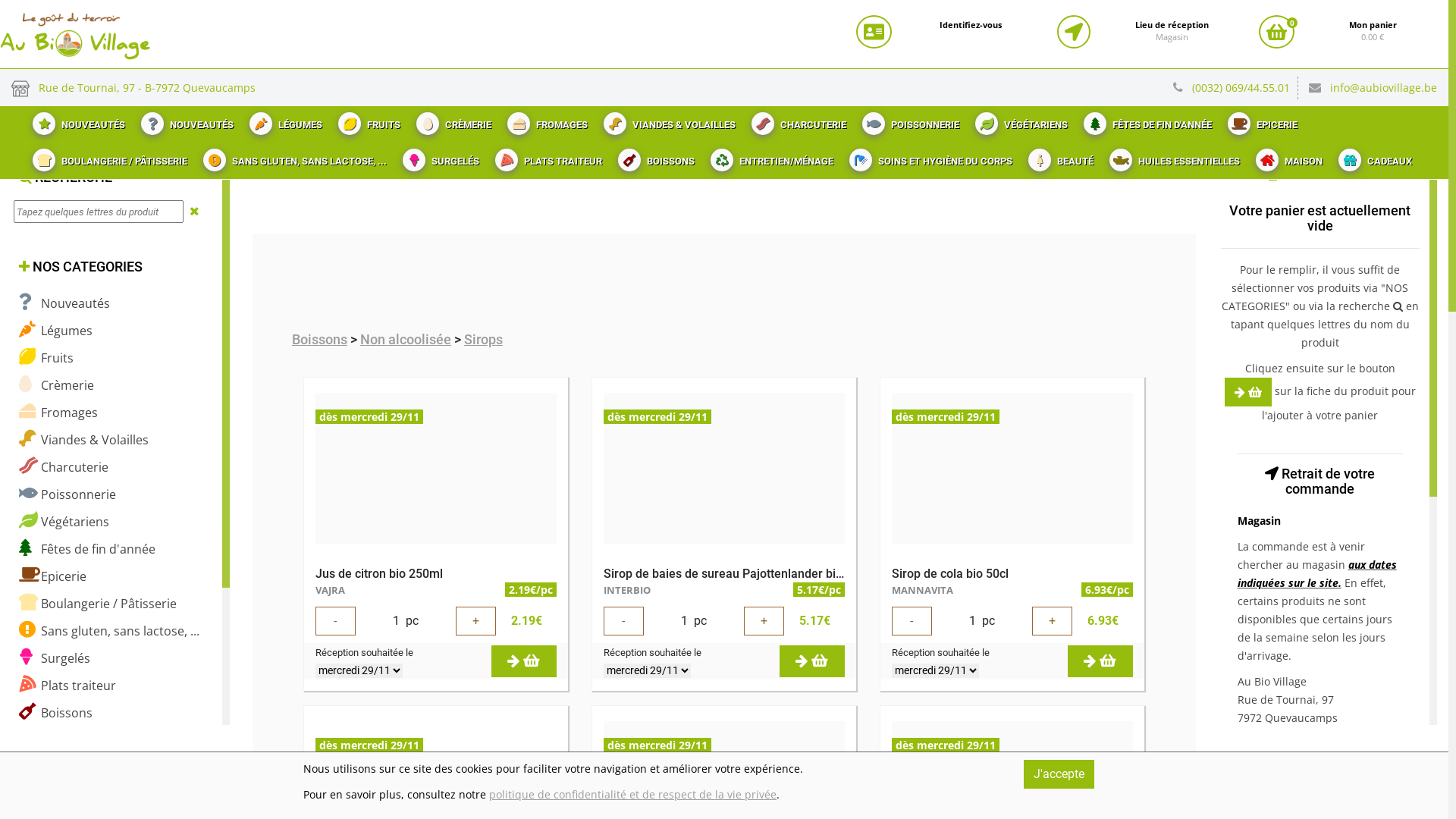 The width and height of the screenshot is (1456, 819). I want to click on '0', so click(1276, 32).